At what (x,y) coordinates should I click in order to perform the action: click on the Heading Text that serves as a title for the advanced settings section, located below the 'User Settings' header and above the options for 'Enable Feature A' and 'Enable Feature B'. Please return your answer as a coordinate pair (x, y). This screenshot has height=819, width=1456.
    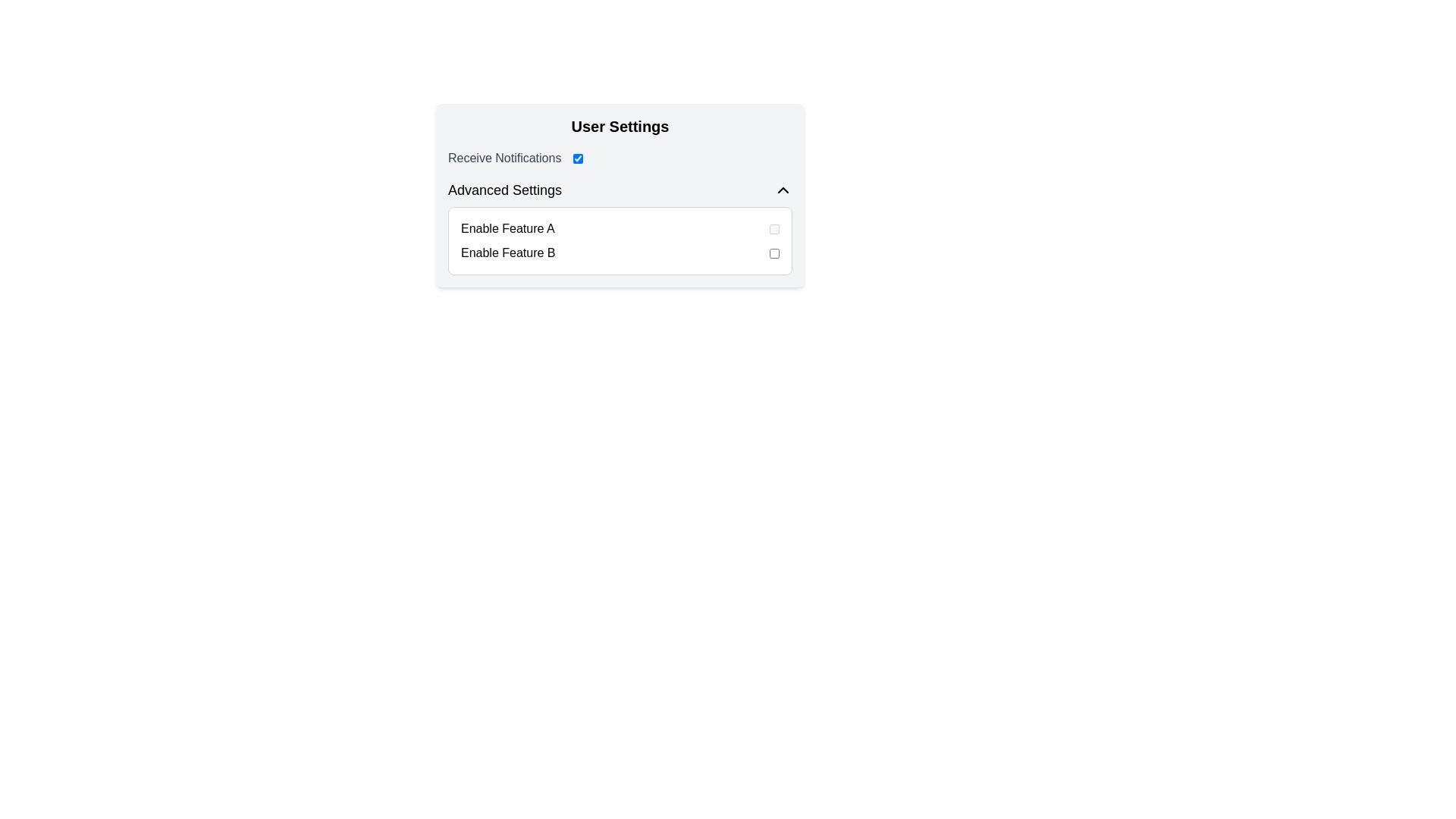
    Looking at the image, I should click on (505, 189).